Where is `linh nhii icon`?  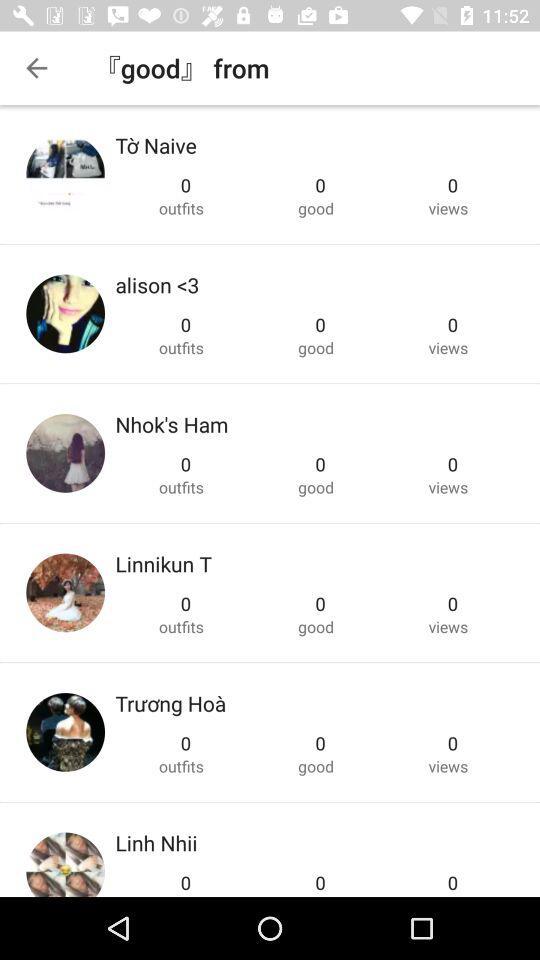 linh nhii icon is located at coordinates (155, 841).